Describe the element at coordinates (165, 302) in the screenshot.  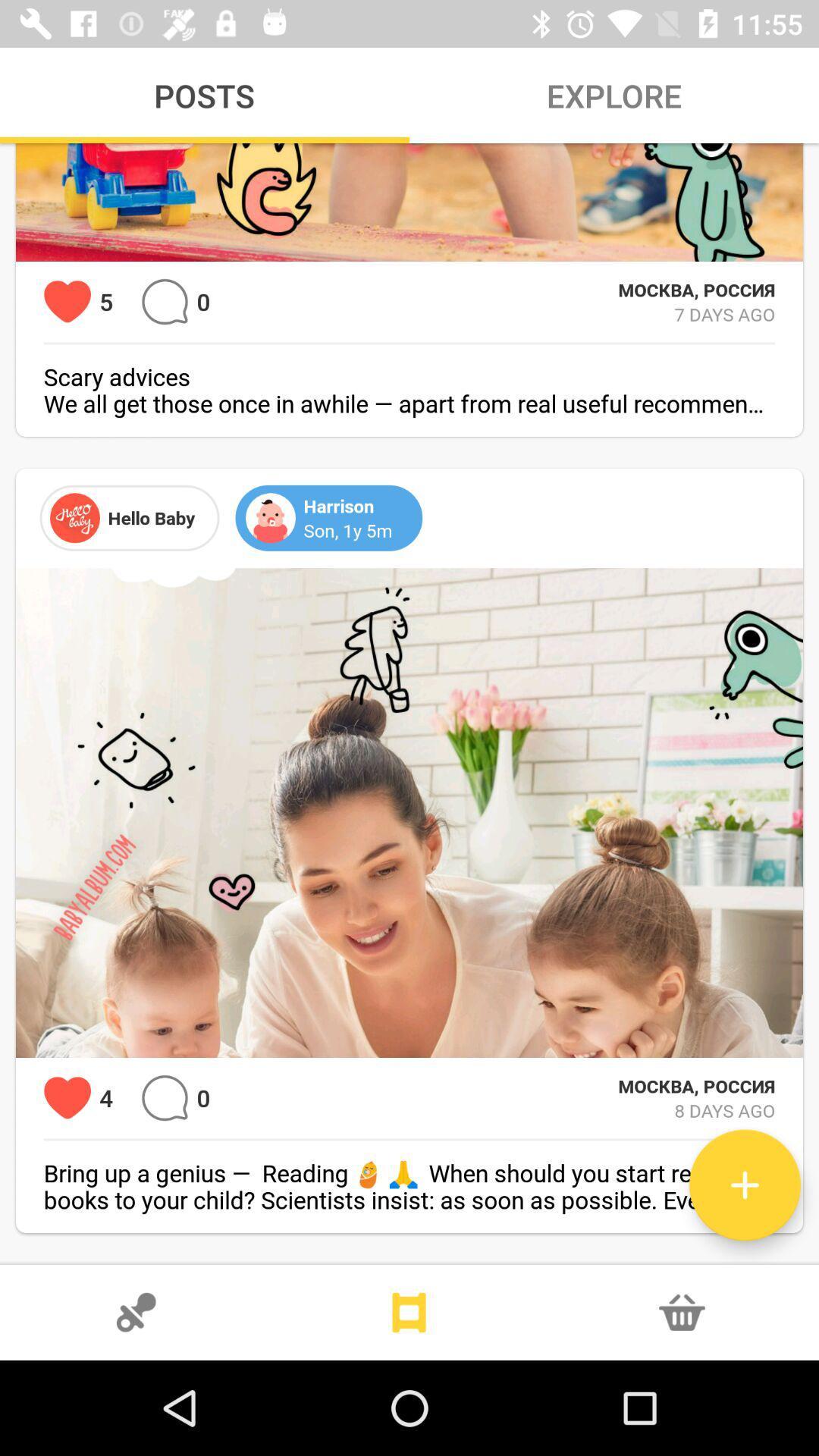
I see `leave a comment` at that location.